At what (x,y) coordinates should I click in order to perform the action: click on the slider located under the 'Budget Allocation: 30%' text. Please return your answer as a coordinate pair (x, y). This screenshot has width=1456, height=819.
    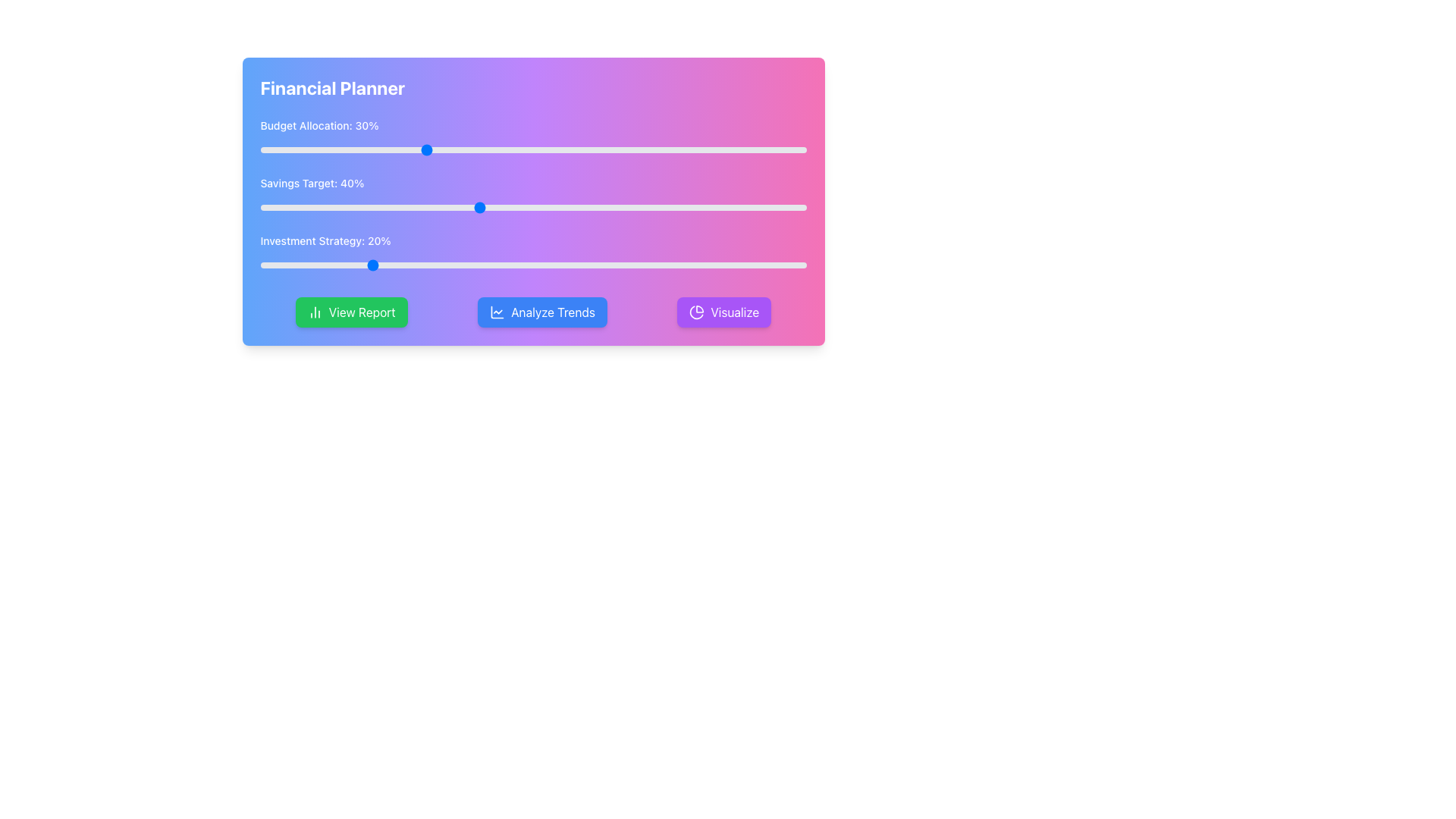
    Looking at the image, I should click on (533, 149).